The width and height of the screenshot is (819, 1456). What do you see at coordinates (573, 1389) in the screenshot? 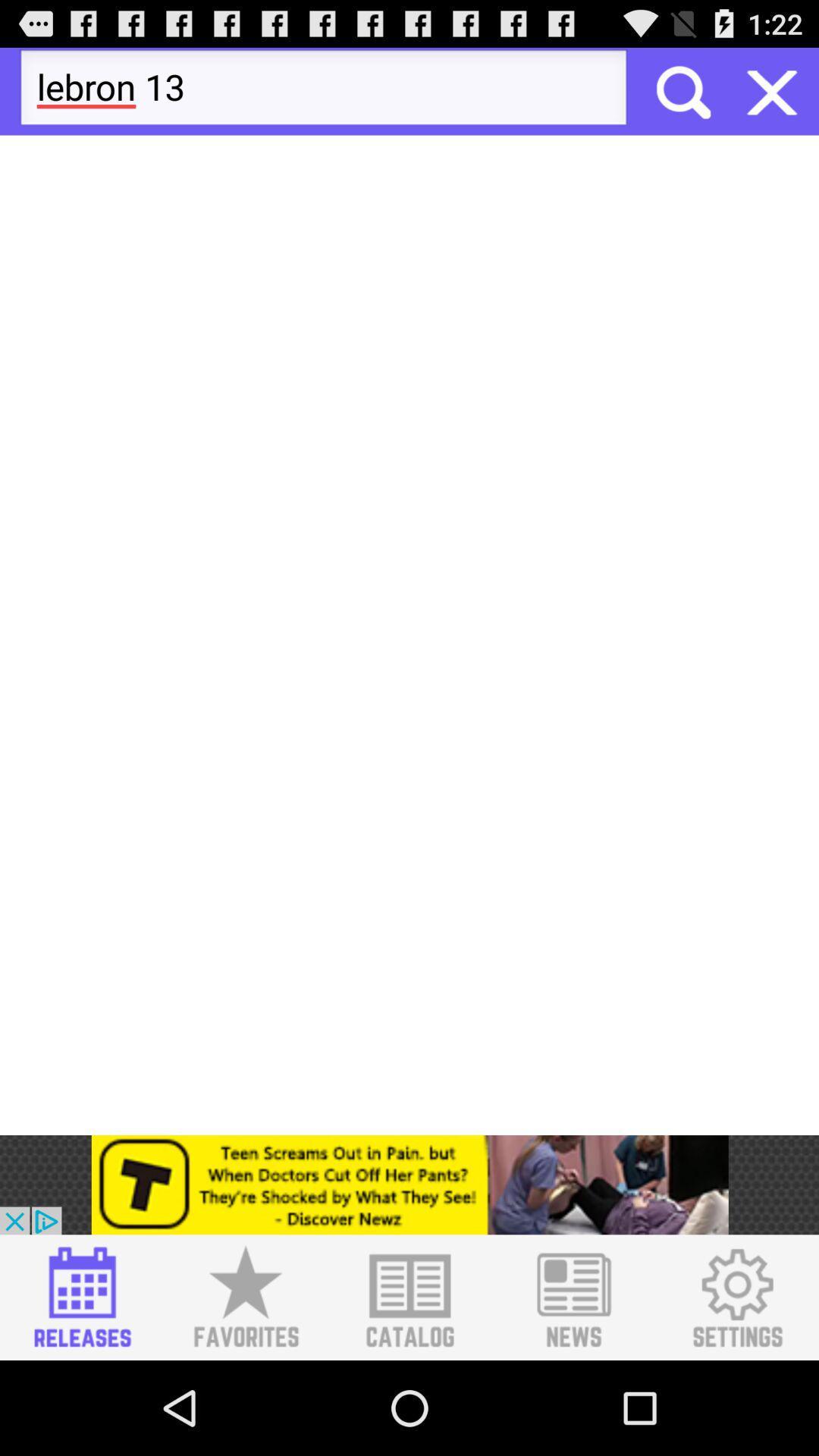
I see `the list icon` at bounding box center [573, 1389].